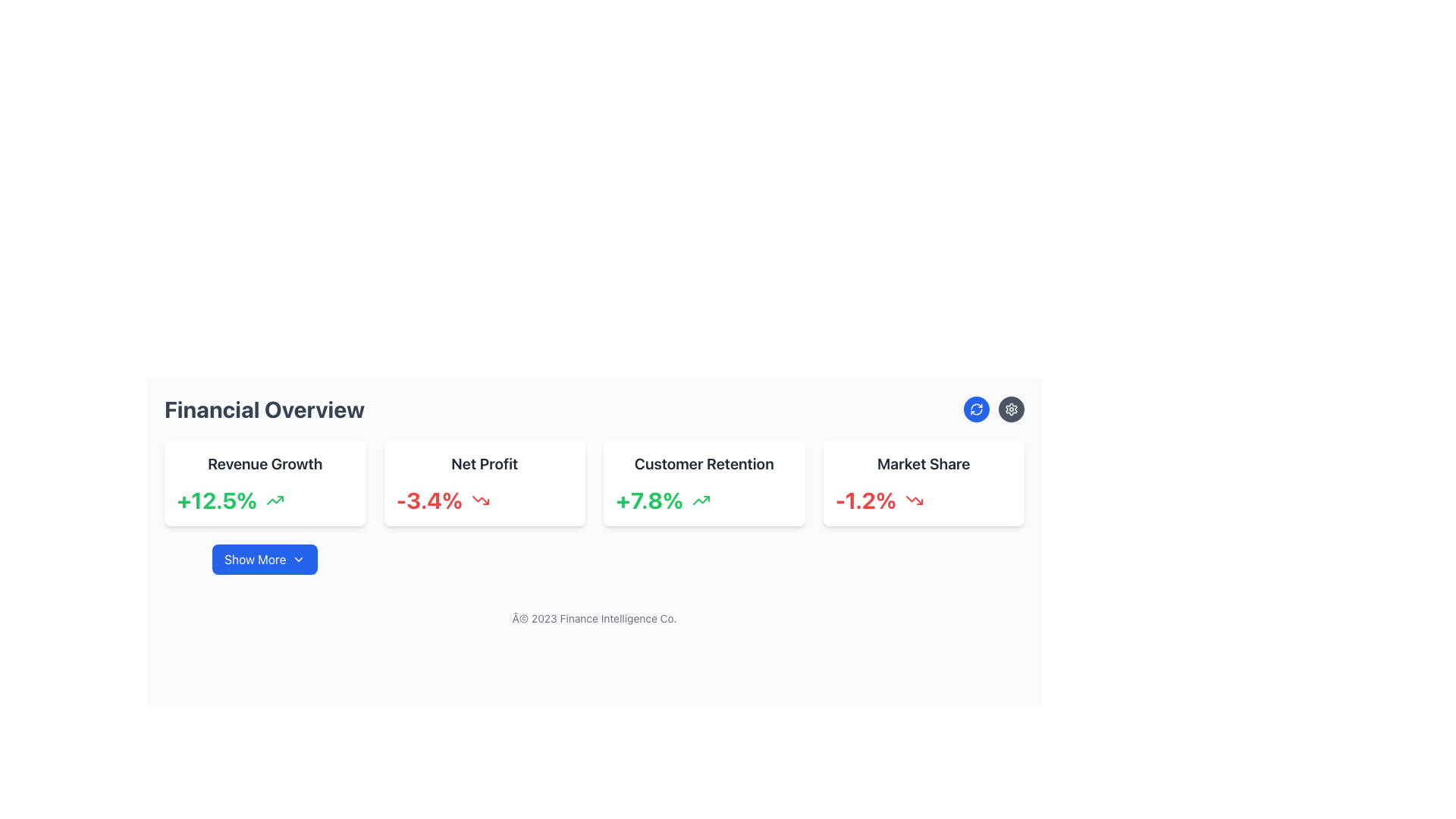 Image resolution: width=1456 pixels, height=819 pixels. I want to click on the prominent header labeled 'Financial Overview' located at the top left of the main content area, so click(265, 409).